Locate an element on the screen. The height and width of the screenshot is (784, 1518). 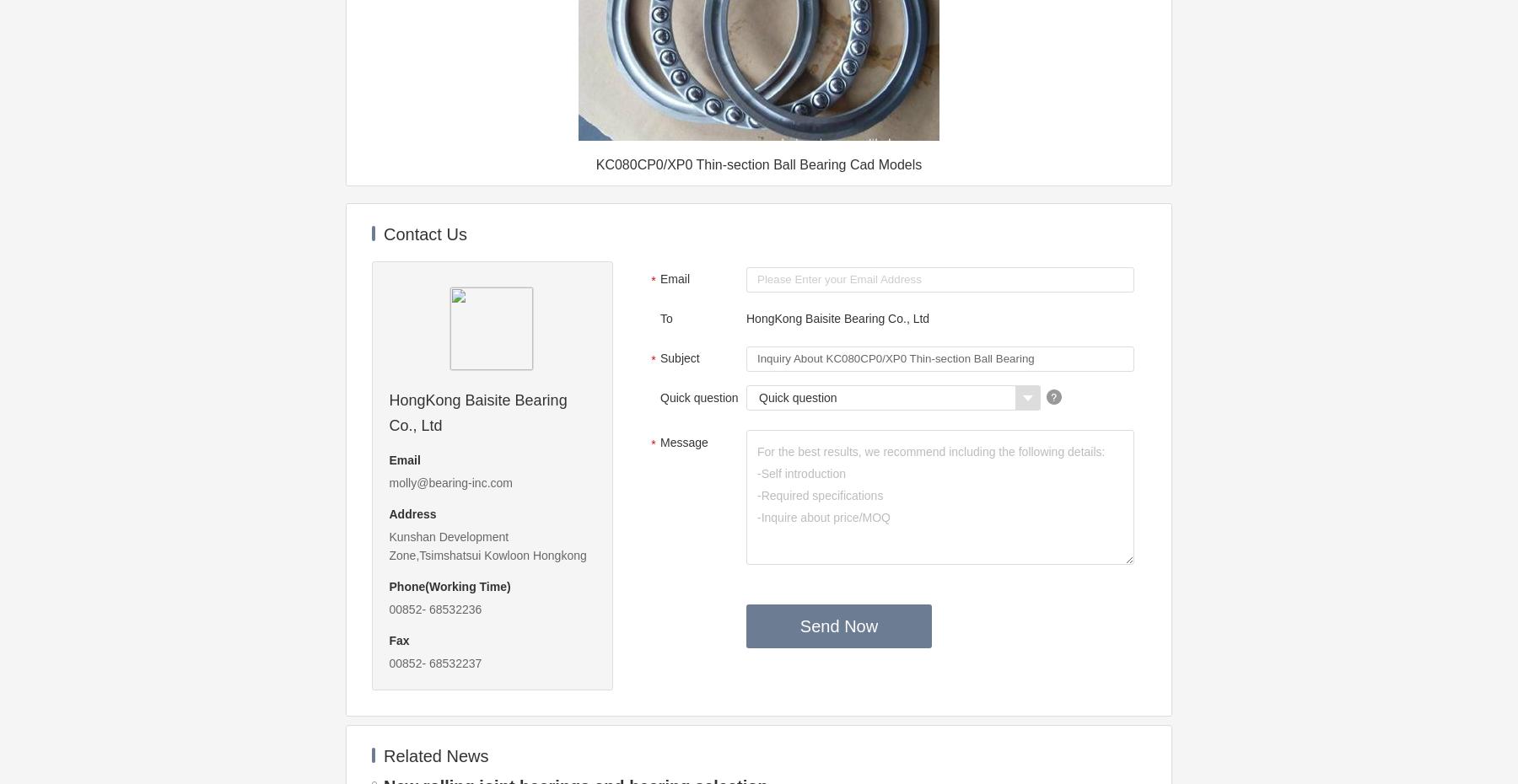
'To' is located at coordinates (659, 318).